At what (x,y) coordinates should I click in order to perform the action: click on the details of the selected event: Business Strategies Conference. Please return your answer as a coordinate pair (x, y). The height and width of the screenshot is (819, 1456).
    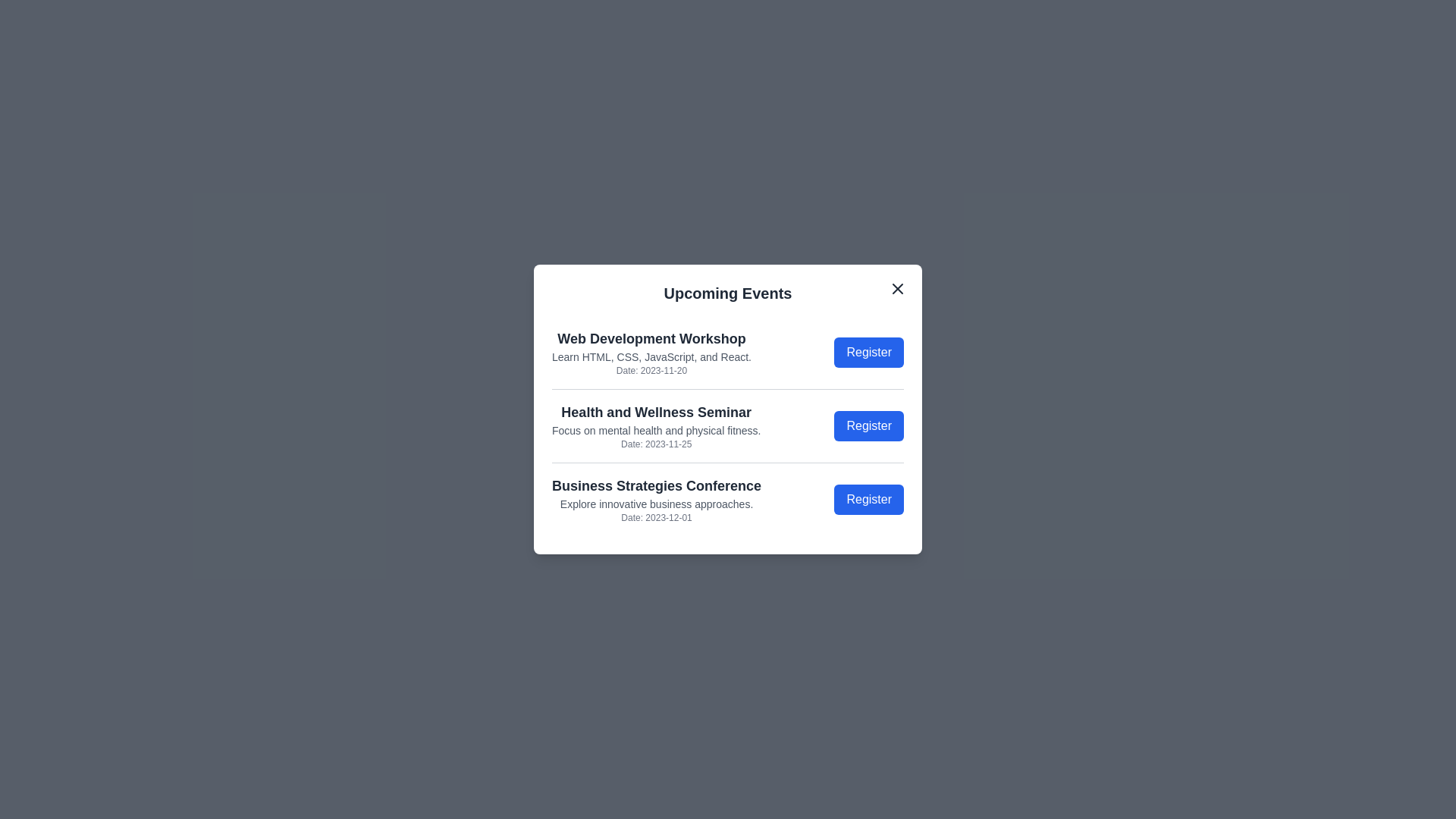
    Looking at the image, I should click on (657, 500).